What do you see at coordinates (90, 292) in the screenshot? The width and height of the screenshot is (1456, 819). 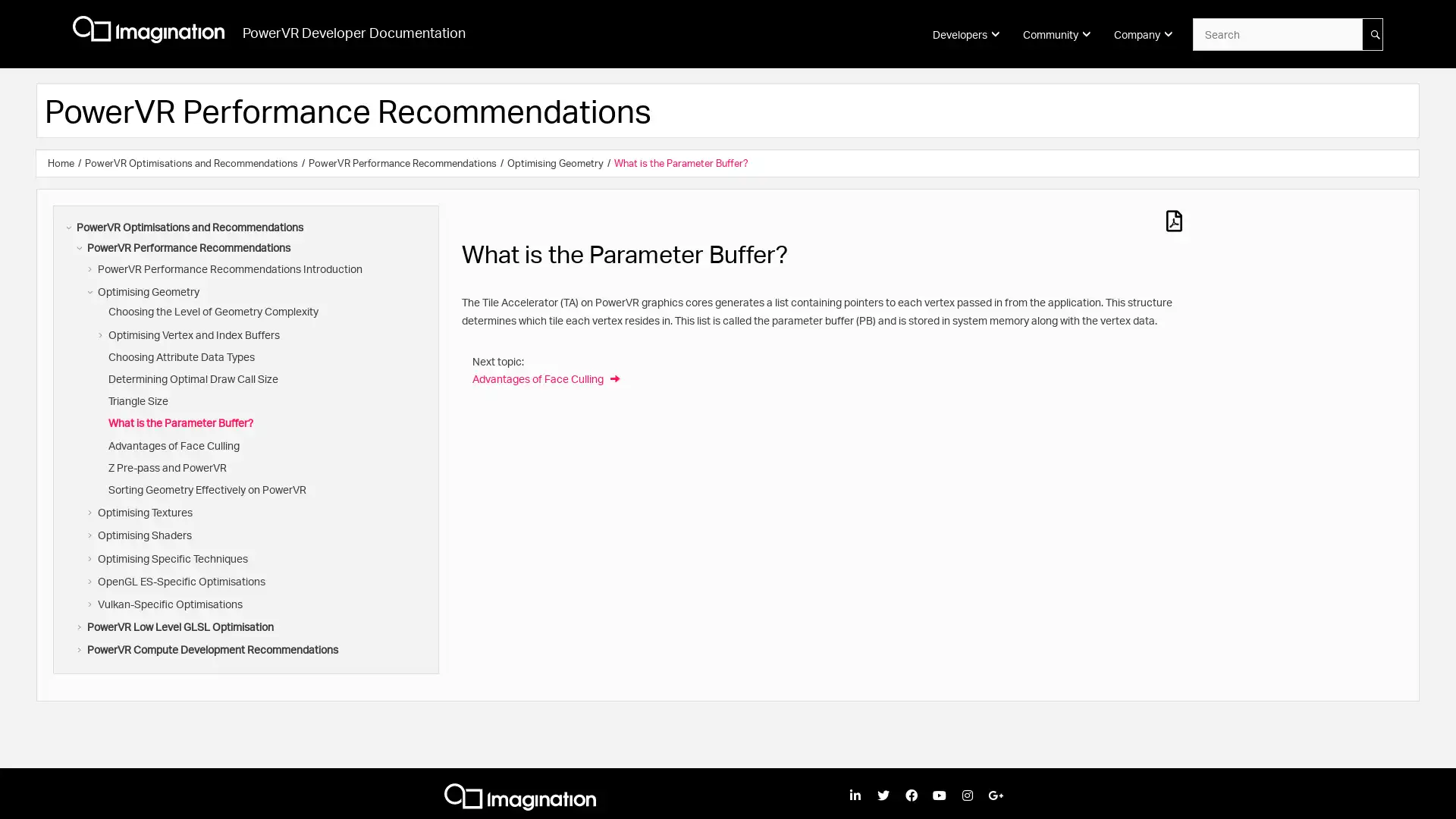 I see `Collapse Optimising Geometry` at bounding box center [90, 292].